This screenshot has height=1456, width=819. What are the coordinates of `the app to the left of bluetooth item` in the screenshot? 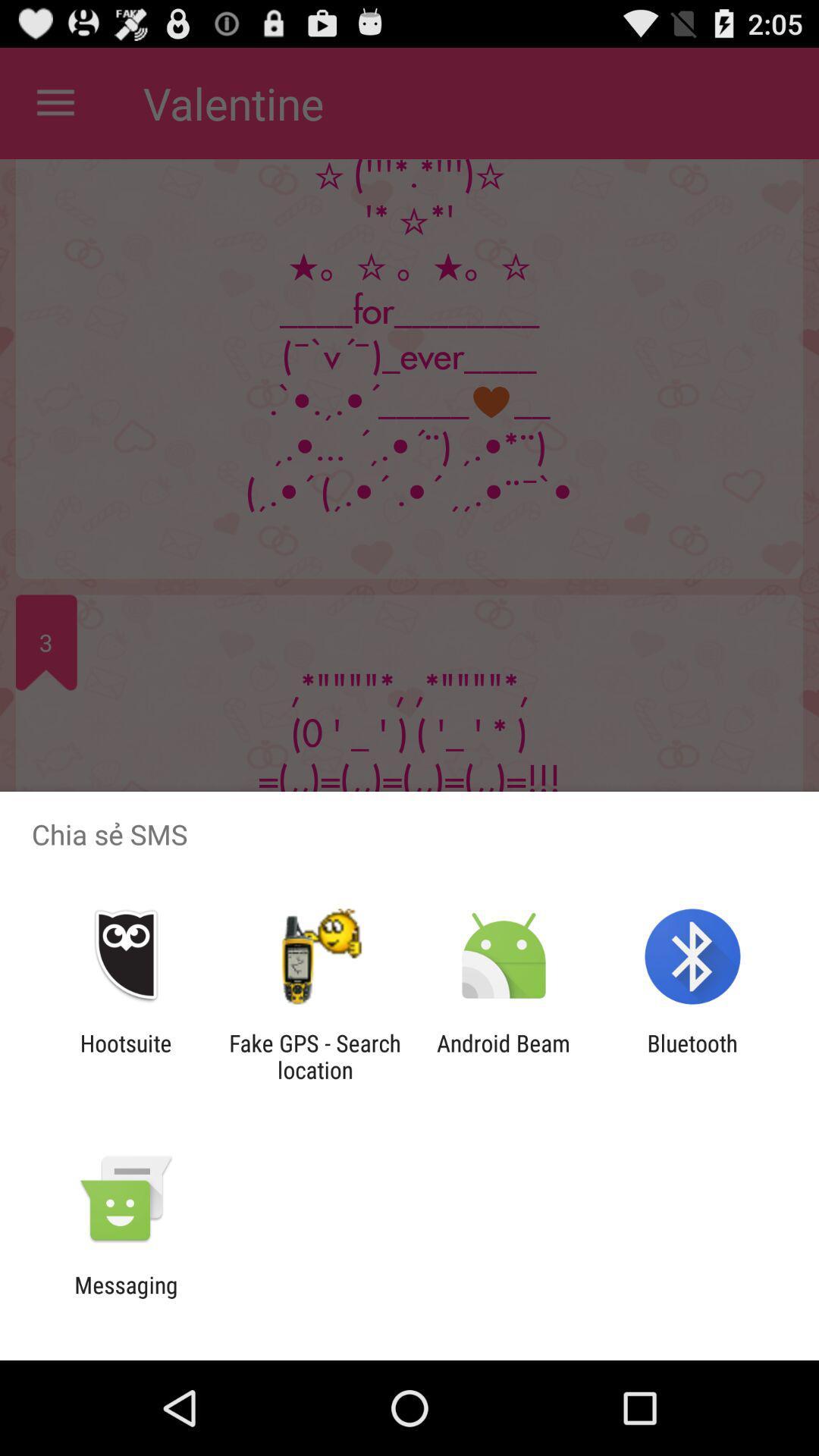 It's located at (504, 1056).